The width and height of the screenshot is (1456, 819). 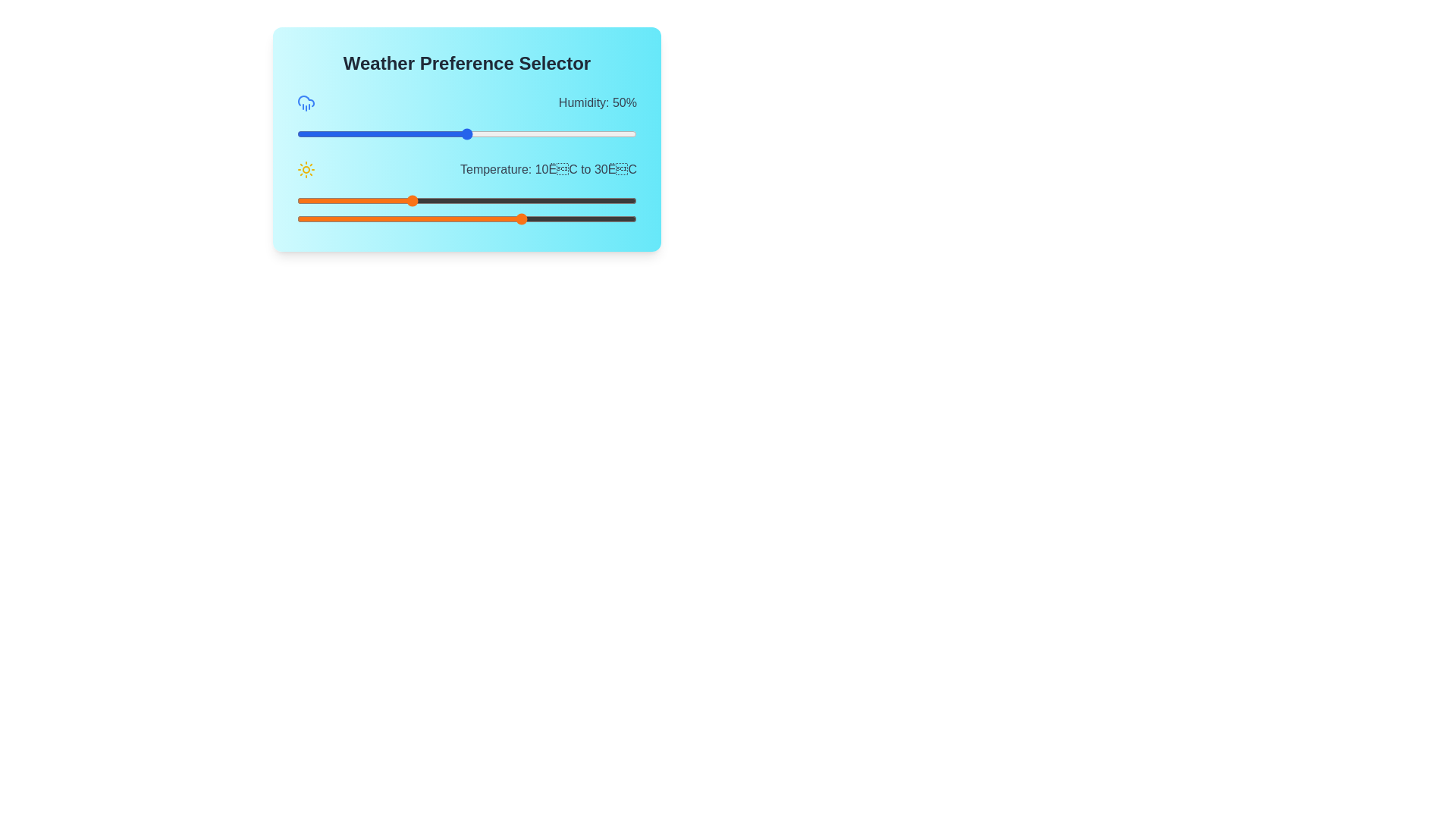 What do you see at coordinates (376, 200) in the screenshot?
I see `the minimum temperature preference to 4°C using the first orange slider` at bounding box center [376, 200].